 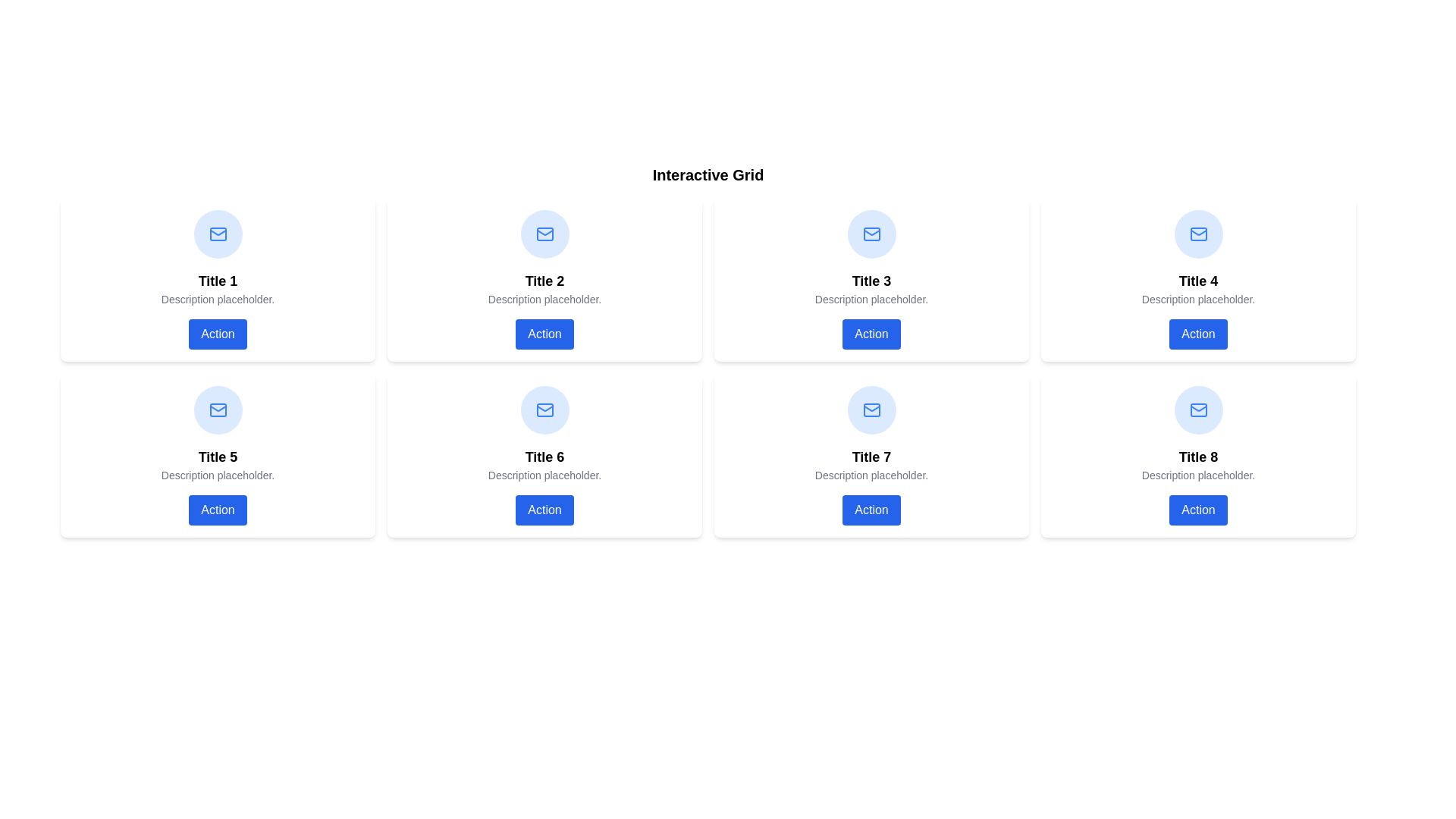 What do you see at coordinates (1197, 333) in the screenshot?
I see `the 'Action' button located at the bottom of the card titled 'Title 4' to observe the visual effects that indicate interactivity` at bounding box center [1197, 333].